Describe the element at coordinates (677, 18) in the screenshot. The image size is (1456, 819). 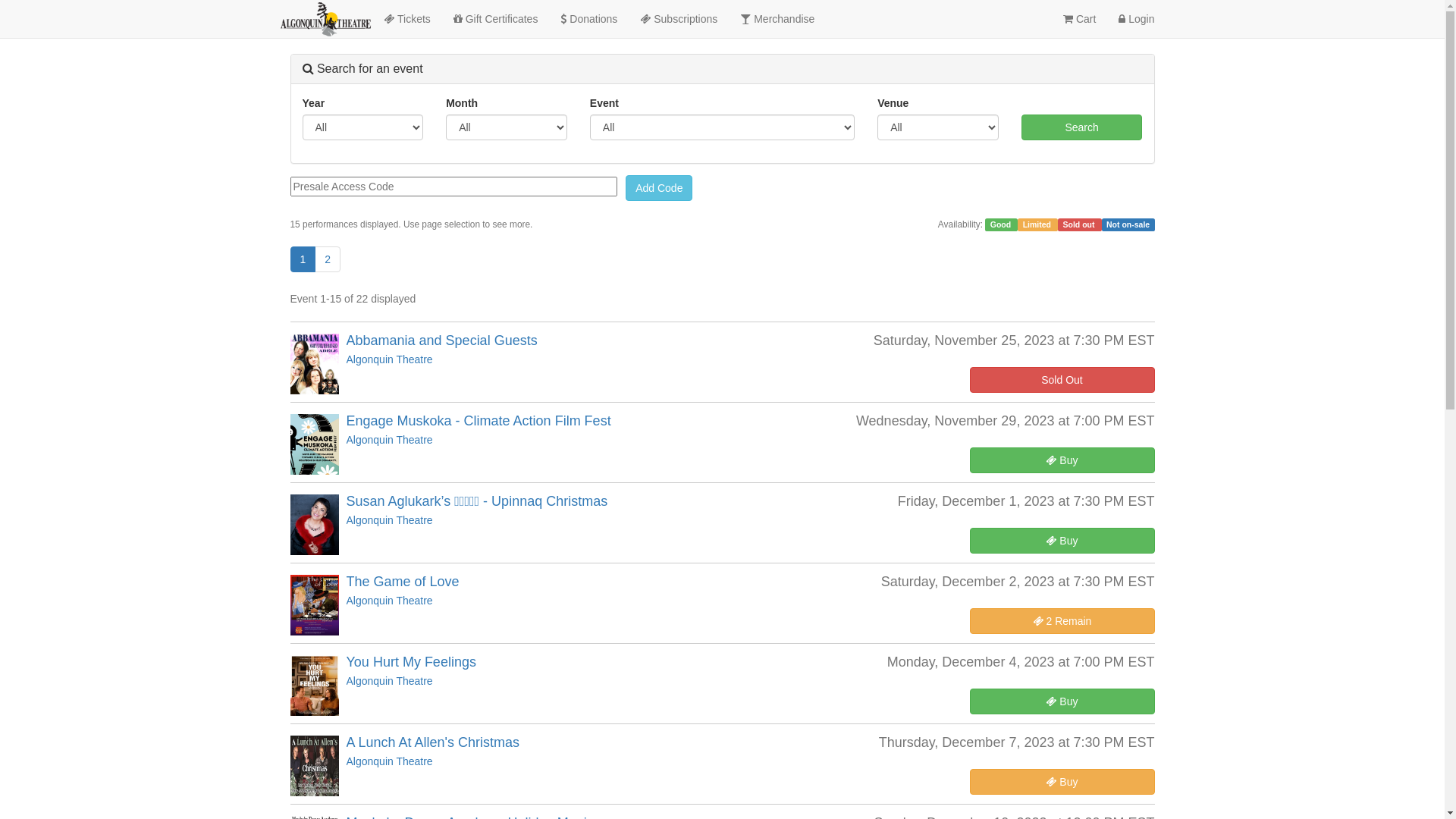
I see `'Subscriptions'` at that location.